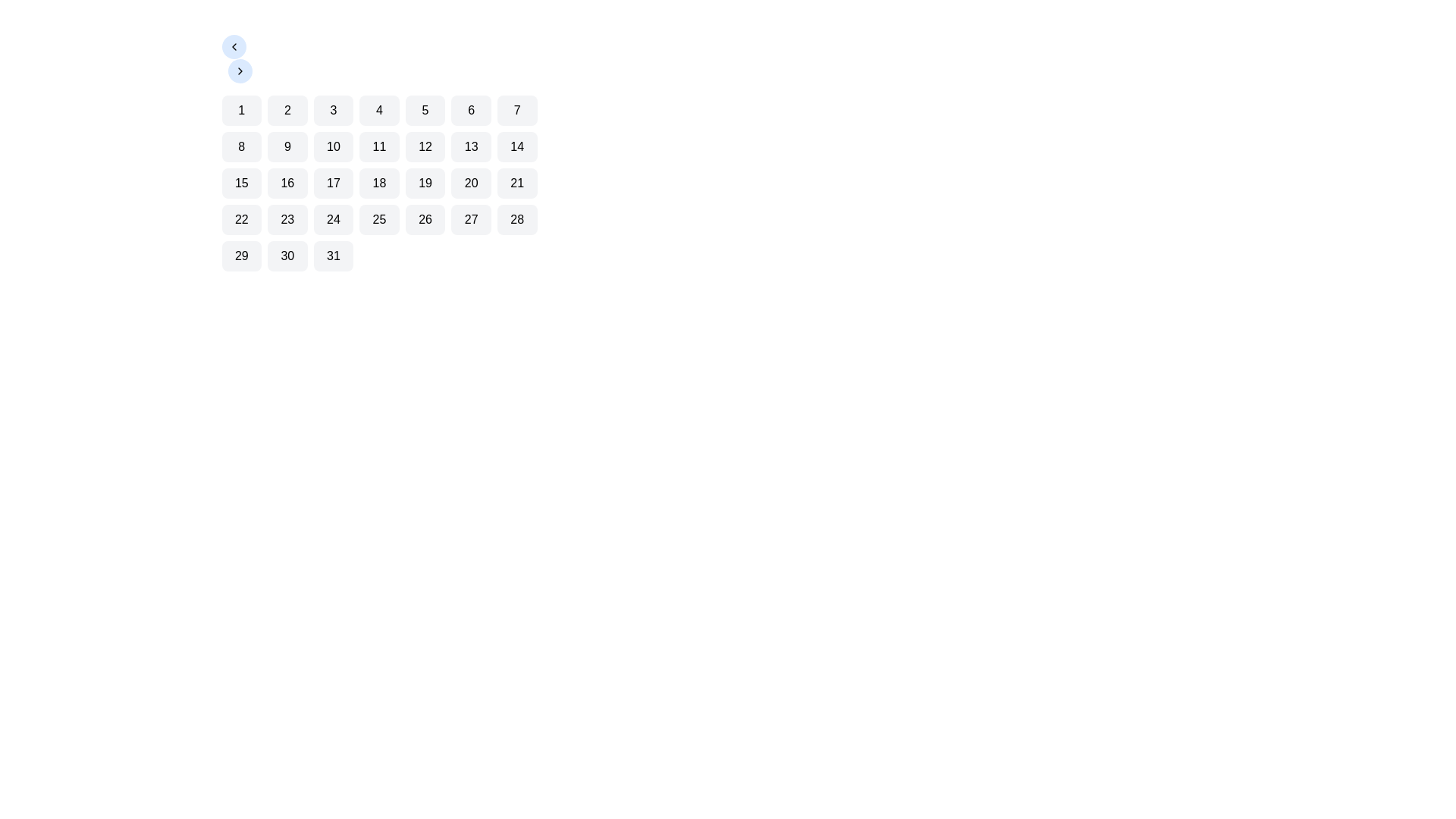 The height and width of the screenshot is (819, 1456). I want to click on the button labeled '31', which is a small square-shaped box with rounded corners and a light gray background, so click(332, 256).